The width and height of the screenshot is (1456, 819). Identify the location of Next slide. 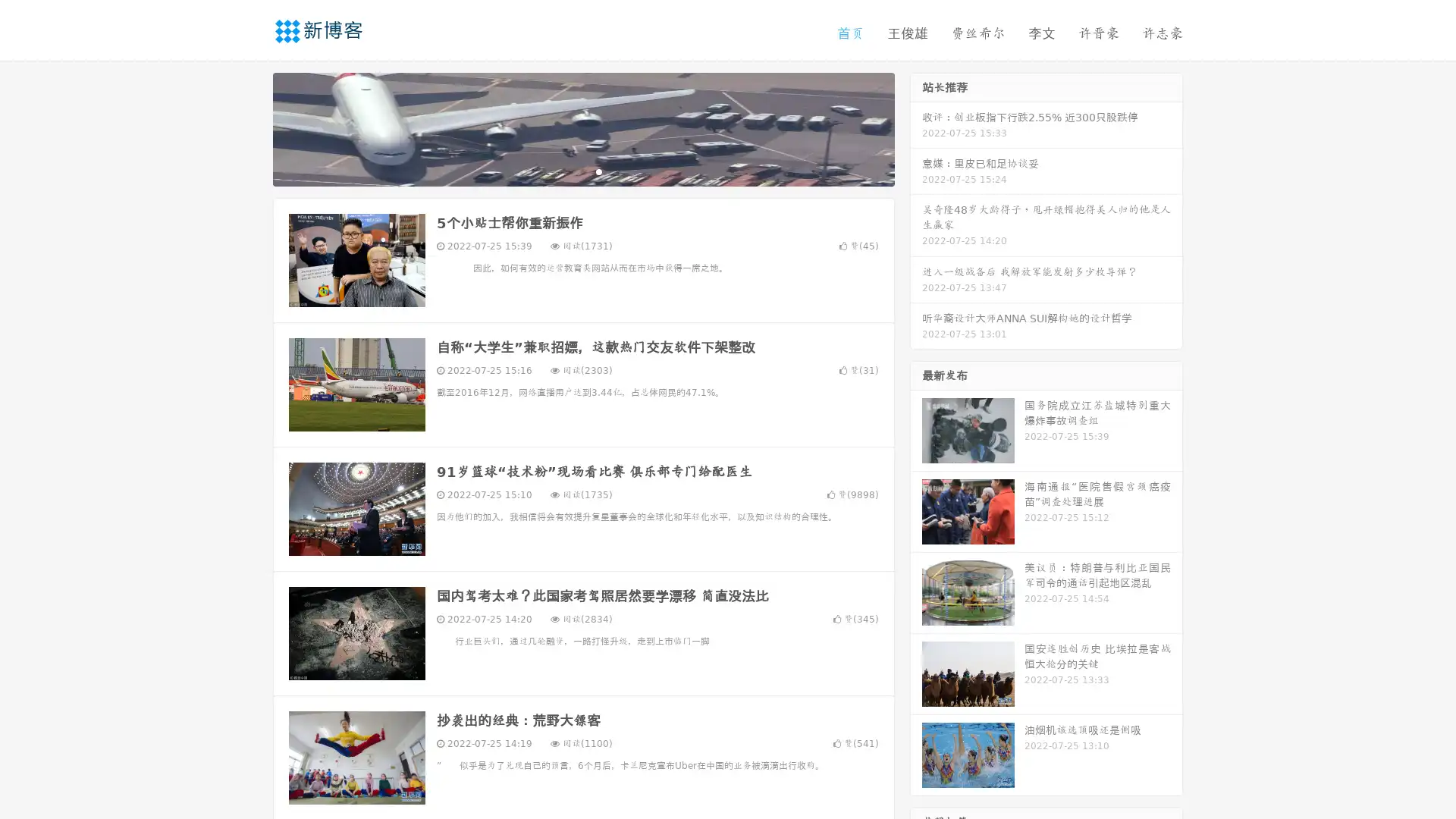
(916, 127).